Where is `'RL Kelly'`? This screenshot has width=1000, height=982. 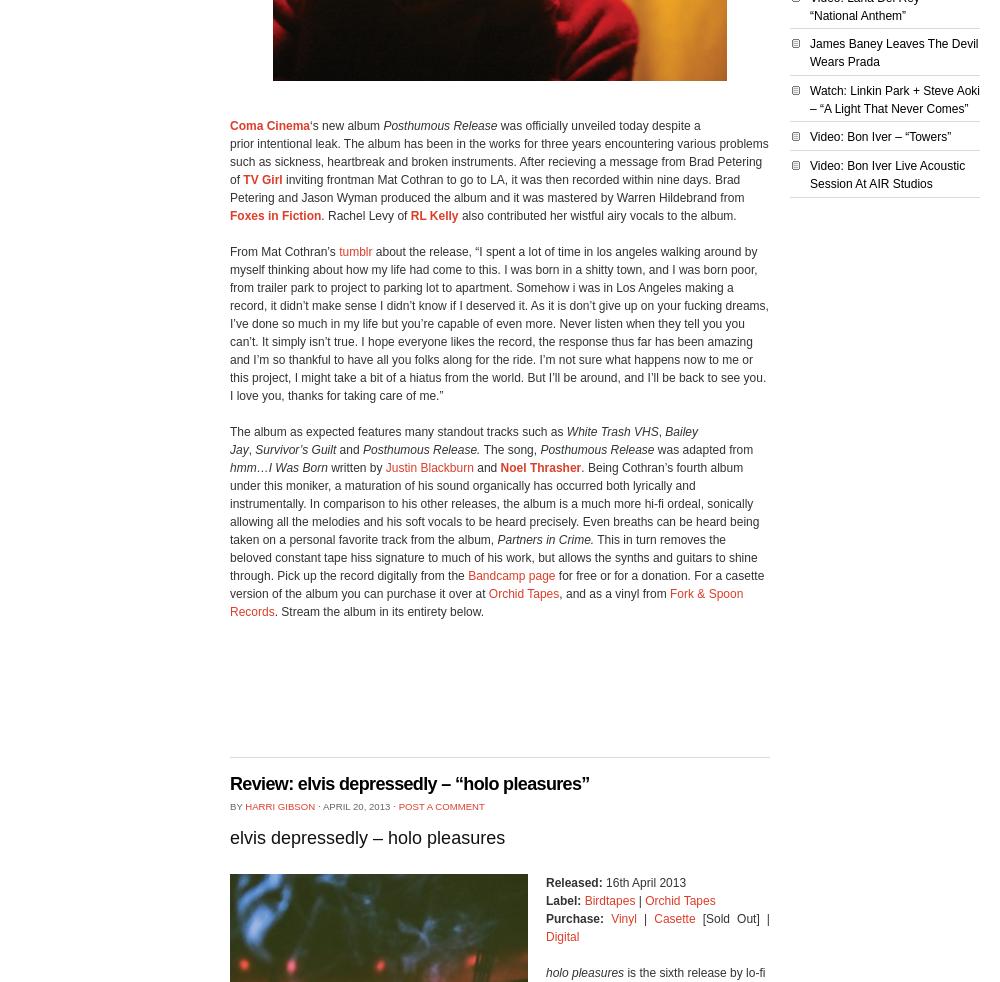 'RL Kelly' is located at coordinates (434, 215).